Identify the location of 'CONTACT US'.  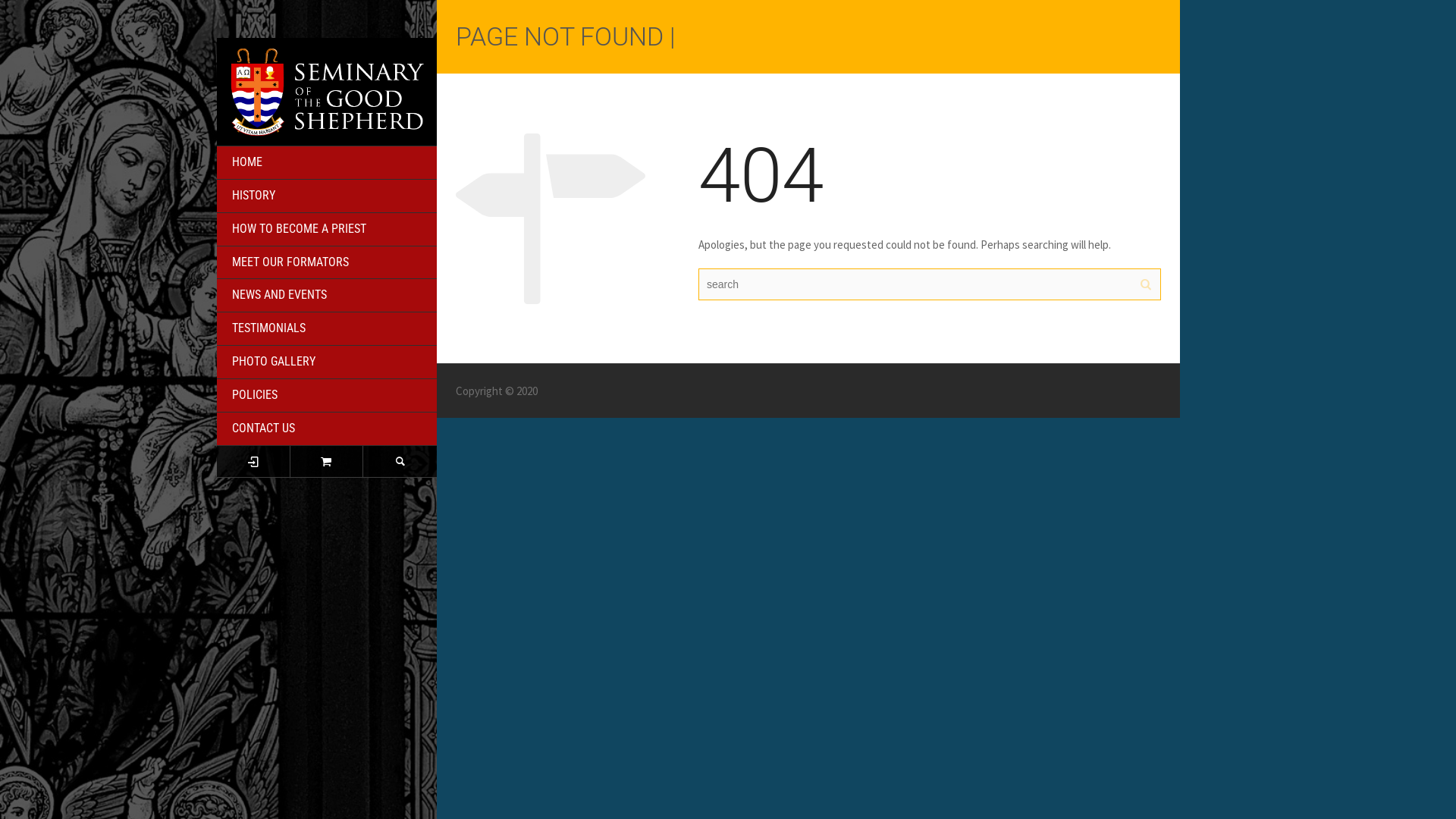
(326, 429).